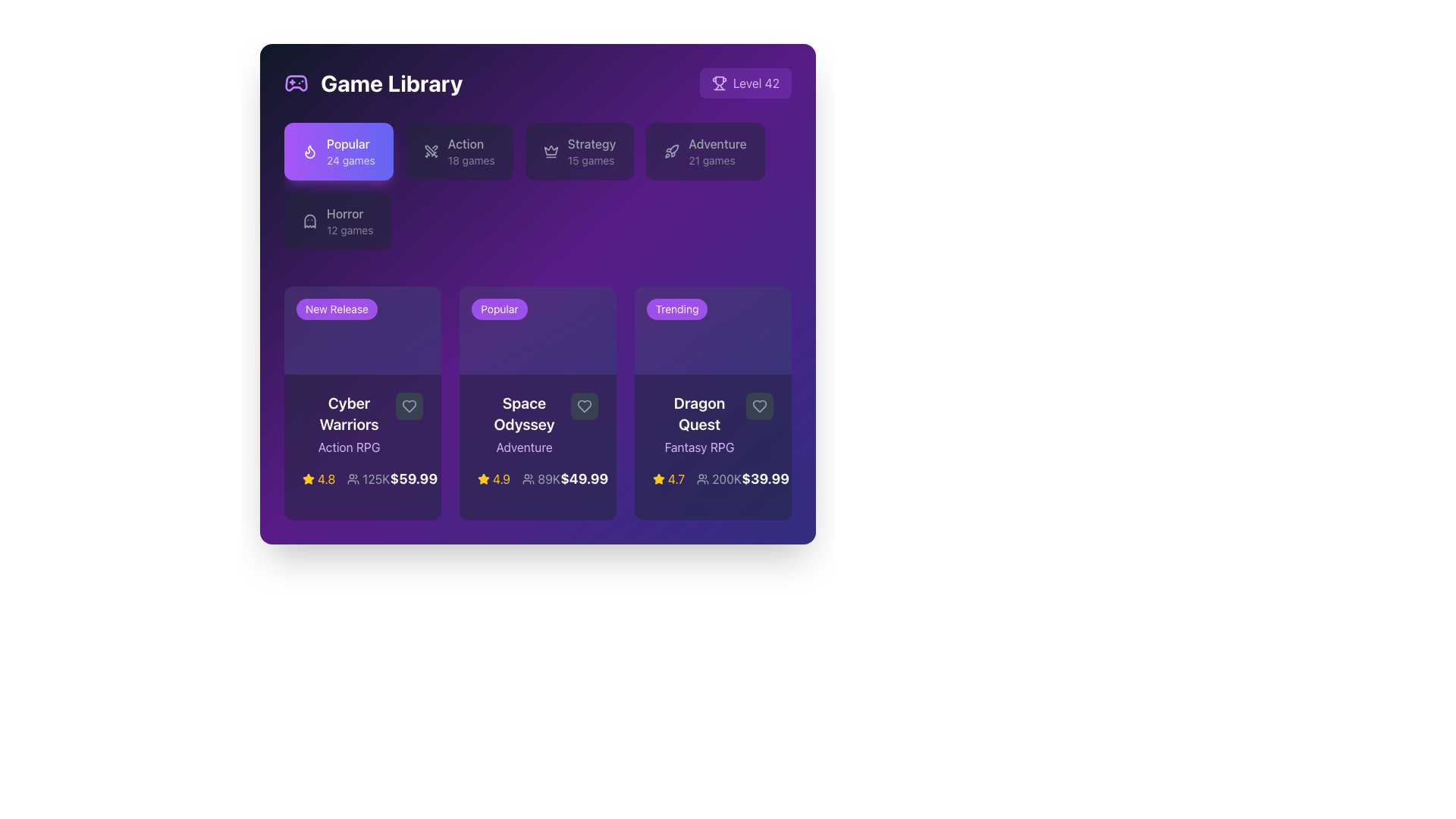 The height and width of the screenshot is (819, 1456). I want to click on the button displaying a sword icon and the text 'Action', so click(458, 152).